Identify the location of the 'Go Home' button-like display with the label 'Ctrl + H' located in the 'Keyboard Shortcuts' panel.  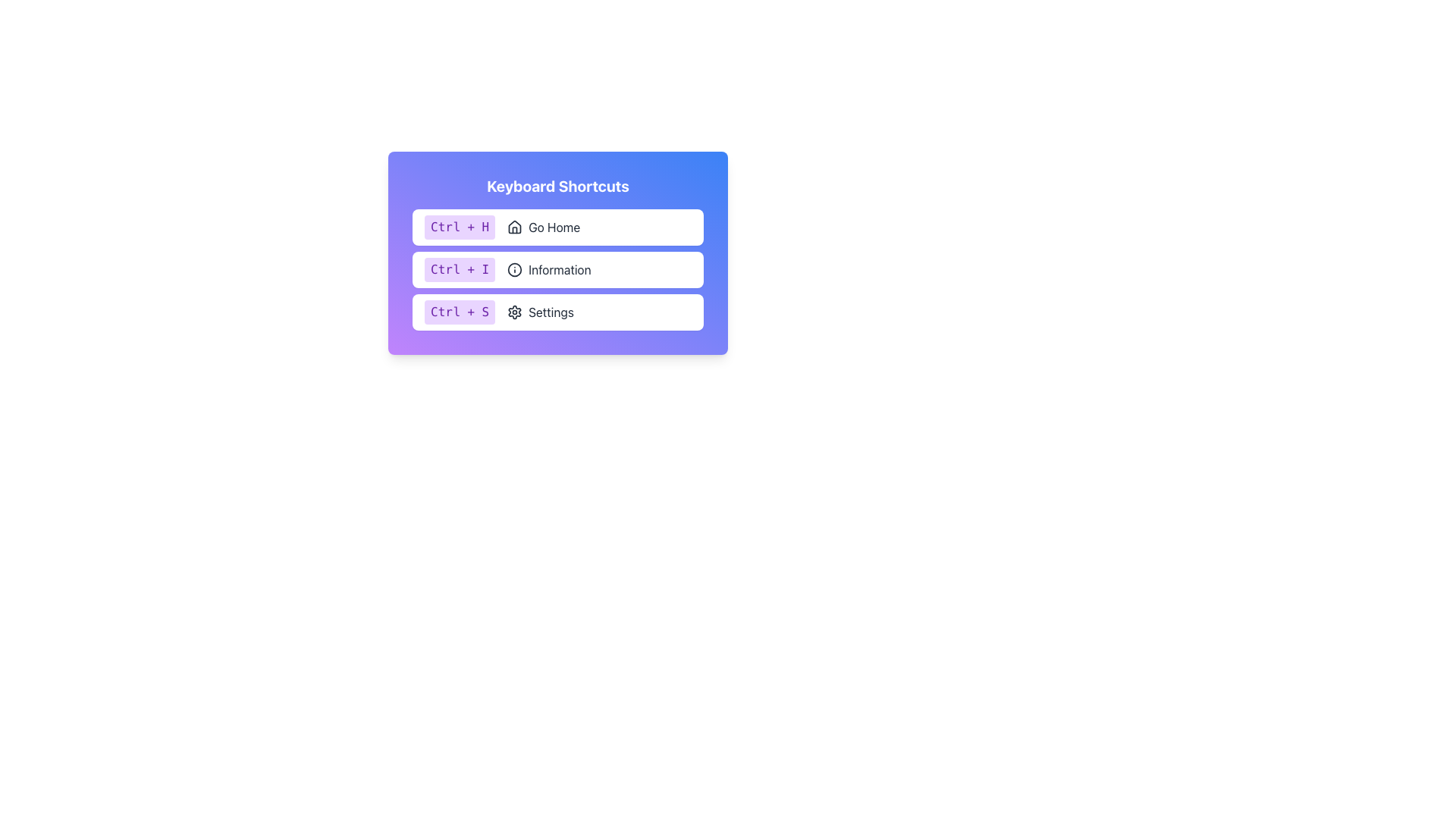
(557, 227).